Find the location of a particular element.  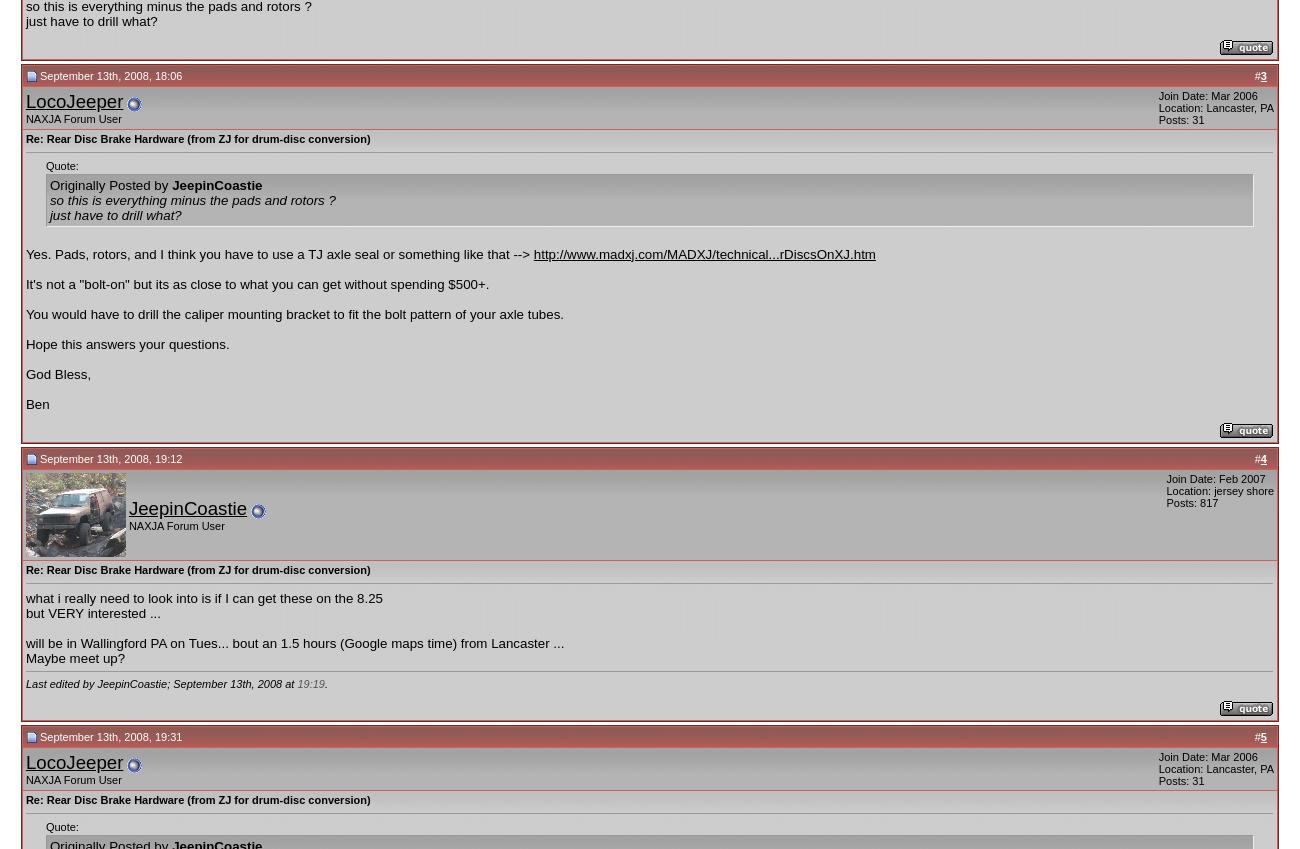

'Maybe meet up?' is located at coordinates (75, 657).